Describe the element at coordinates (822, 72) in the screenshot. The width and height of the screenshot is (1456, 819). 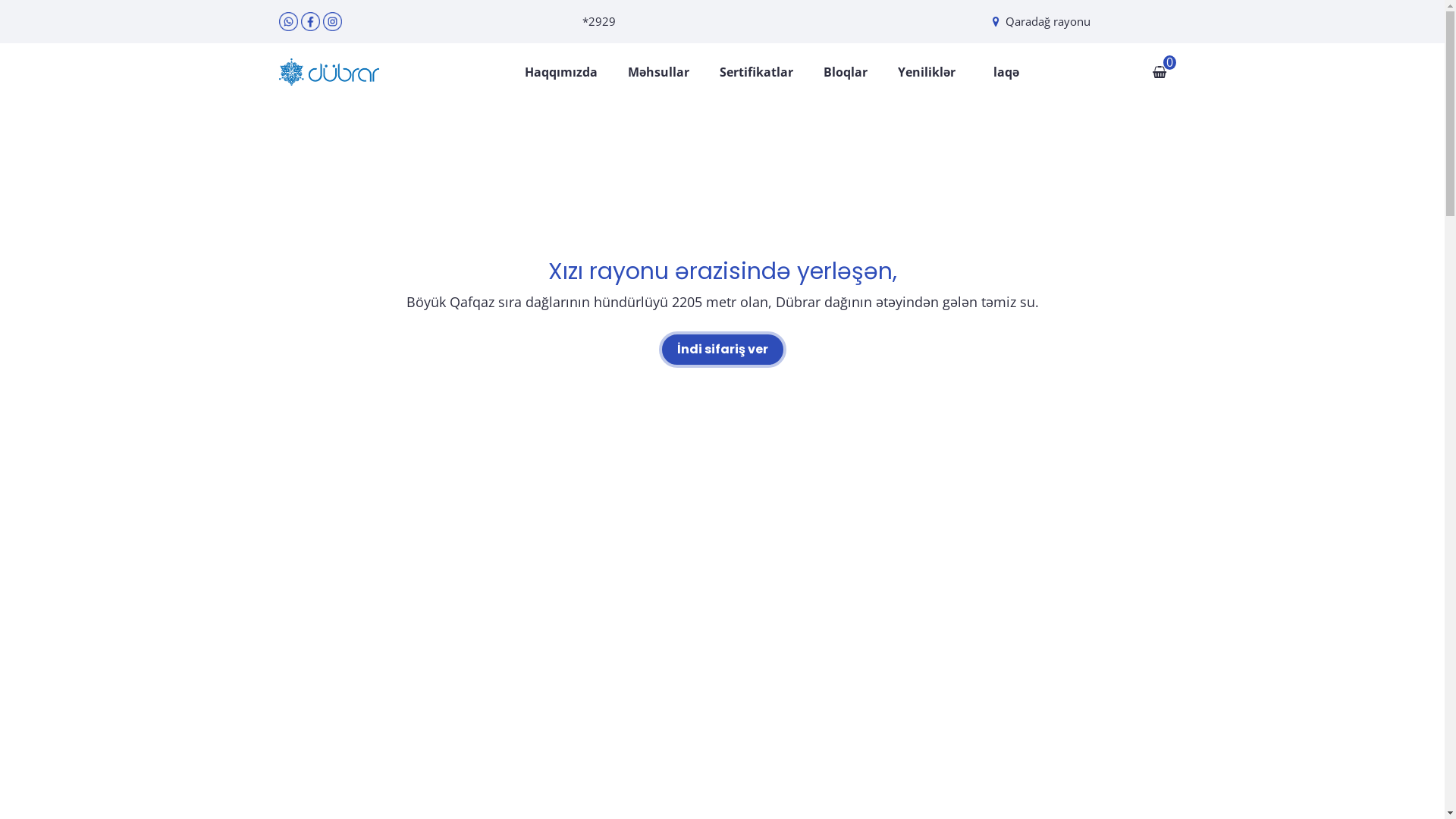
I see `'Bloqlar'` at that location.